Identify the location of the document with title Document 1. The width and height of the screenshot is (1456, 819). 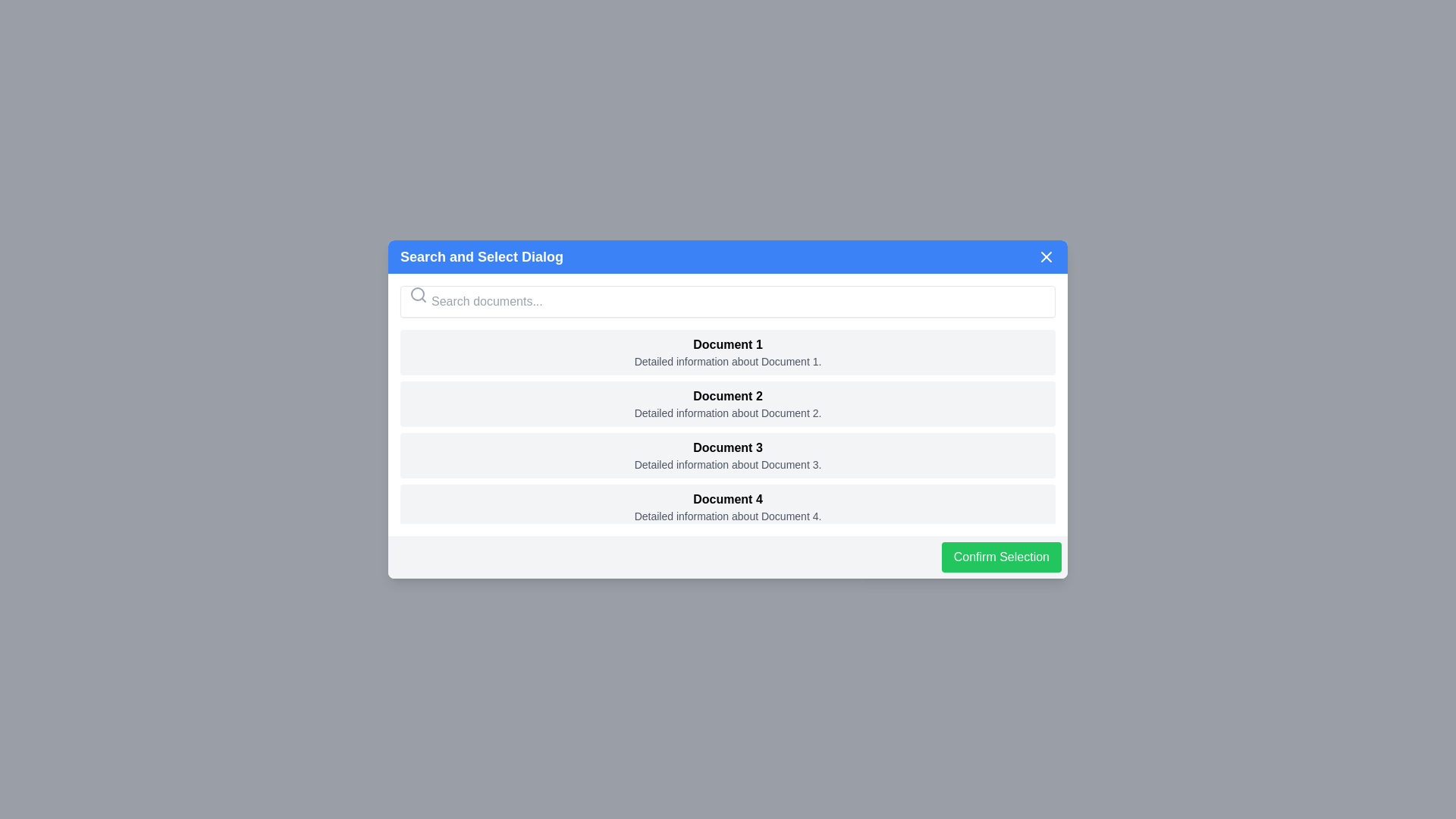
(728, 353).